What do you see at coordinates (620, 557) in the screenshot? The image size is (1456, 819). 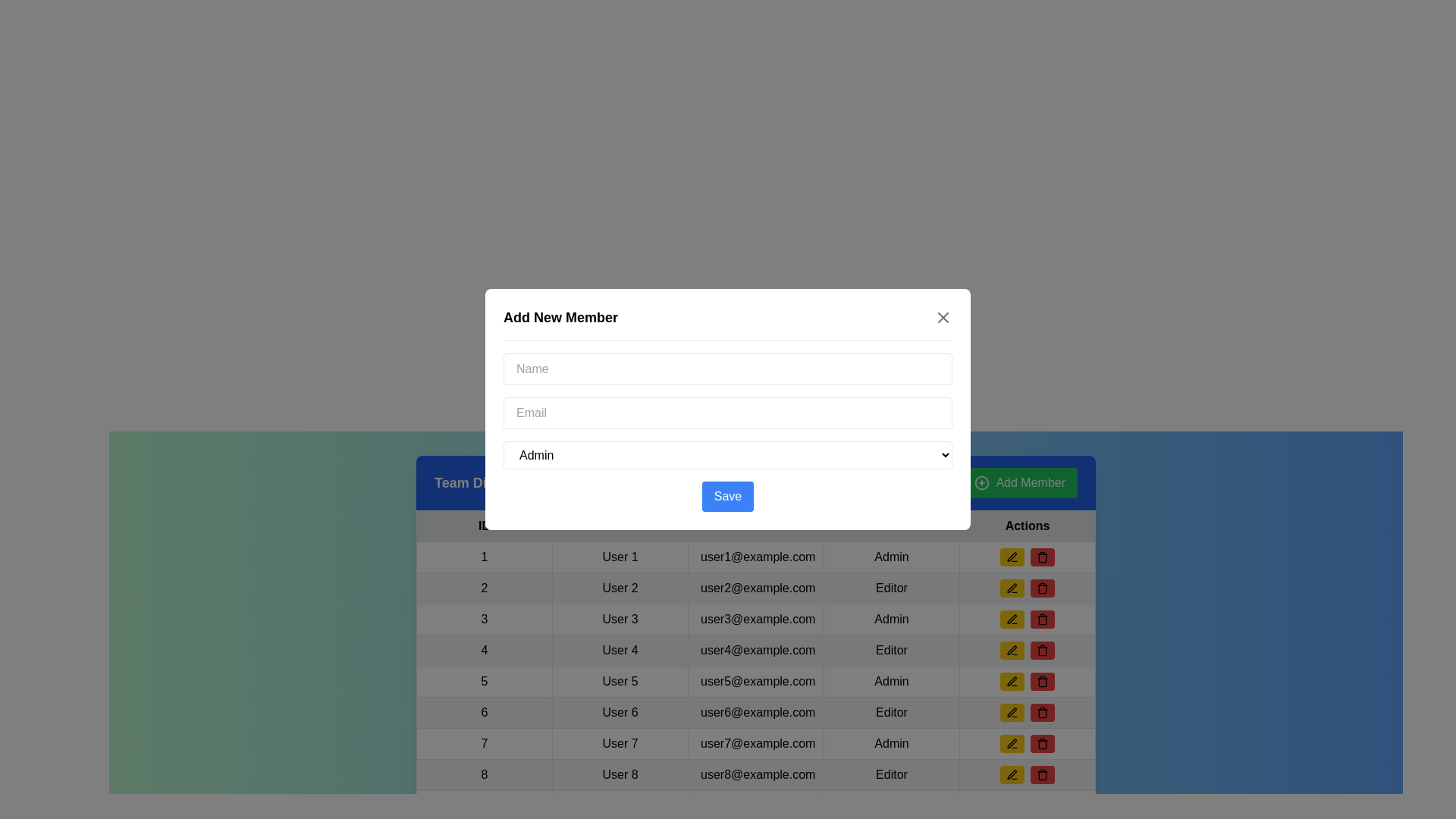 I see `the rectangular box containing the text 'User 1'` at bounding box center [620, 557].